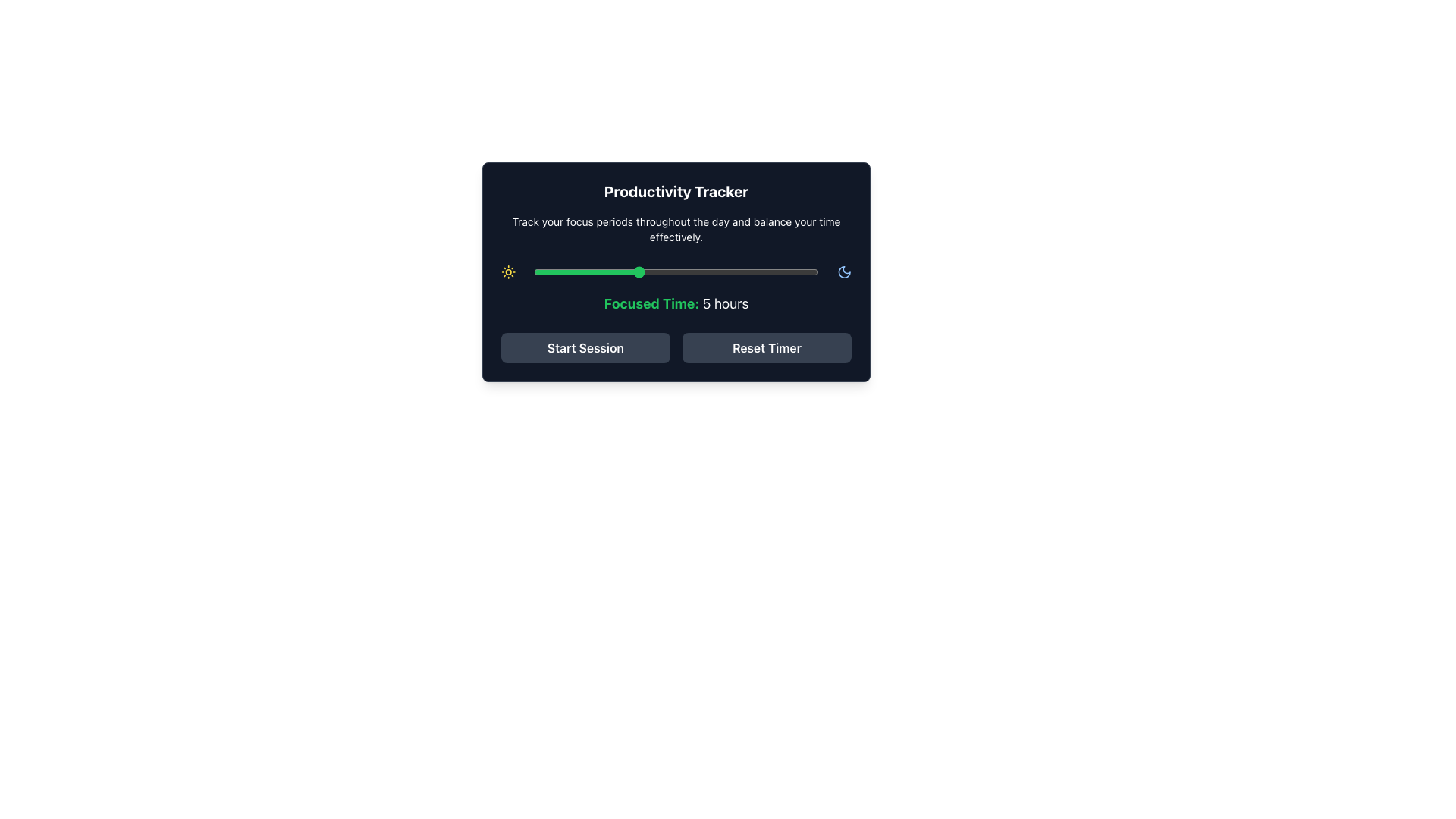 The image size is (1456, 819). What do you see at coordinates (741, 271) in the screenshot?
I see `the focus duration` at bounding box center [741, 271].